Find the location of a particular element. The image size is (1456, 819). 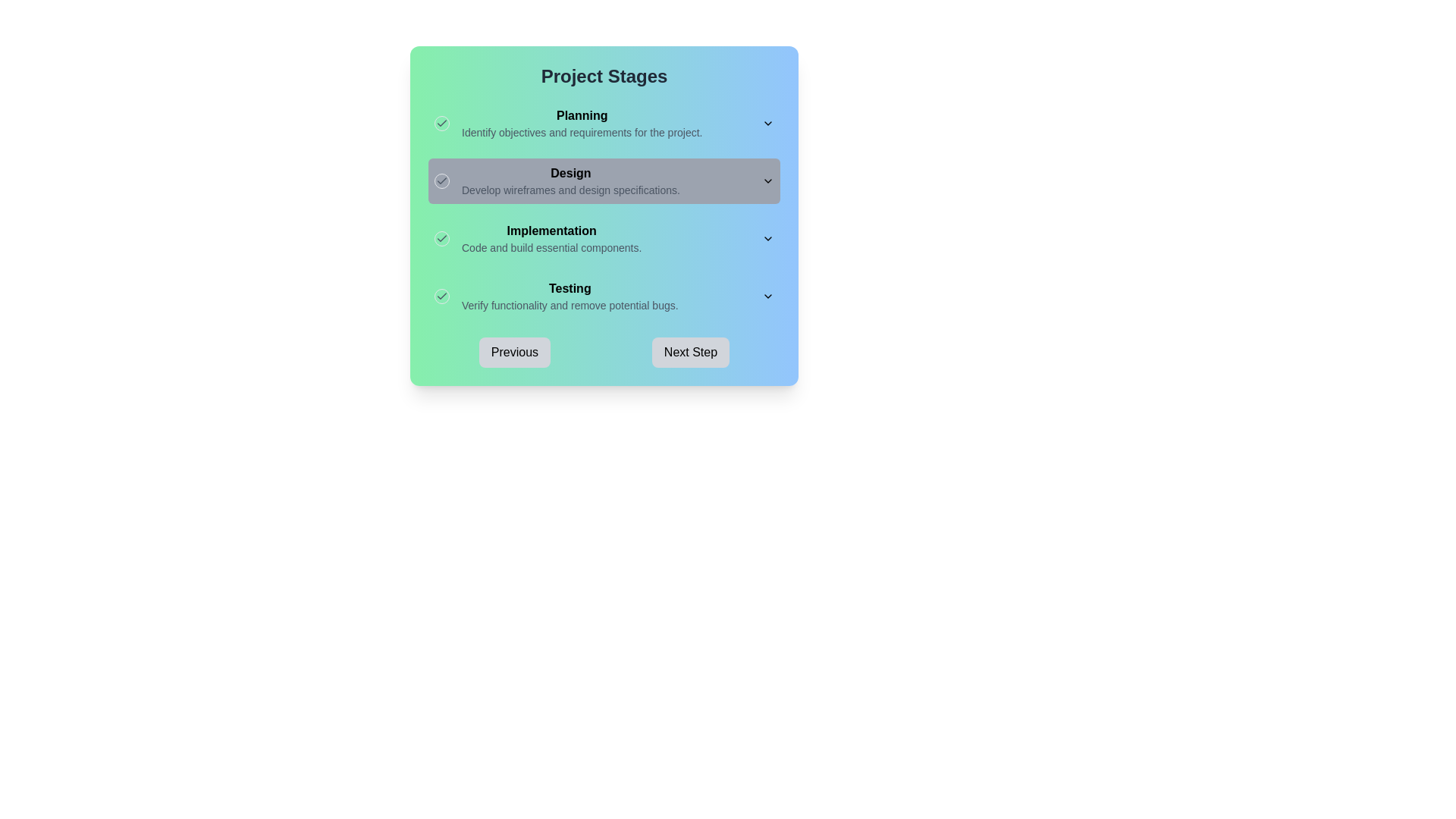

the text block with hierarchical styling that serves as a descriptor for a stage in the project process, located at the top-left portion of the card interface is located at coordinates (581, 122).